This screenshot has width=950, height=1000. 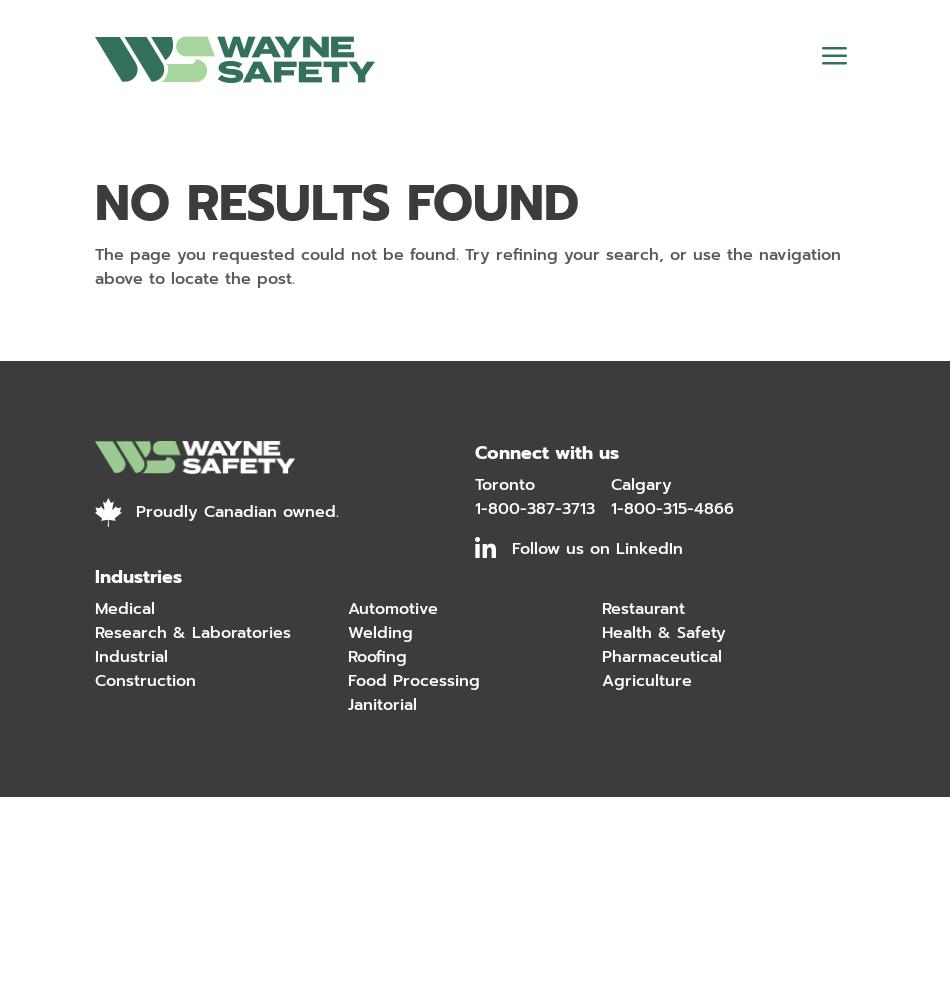 I want to click on 'Industries', so click(x=138, y=576).